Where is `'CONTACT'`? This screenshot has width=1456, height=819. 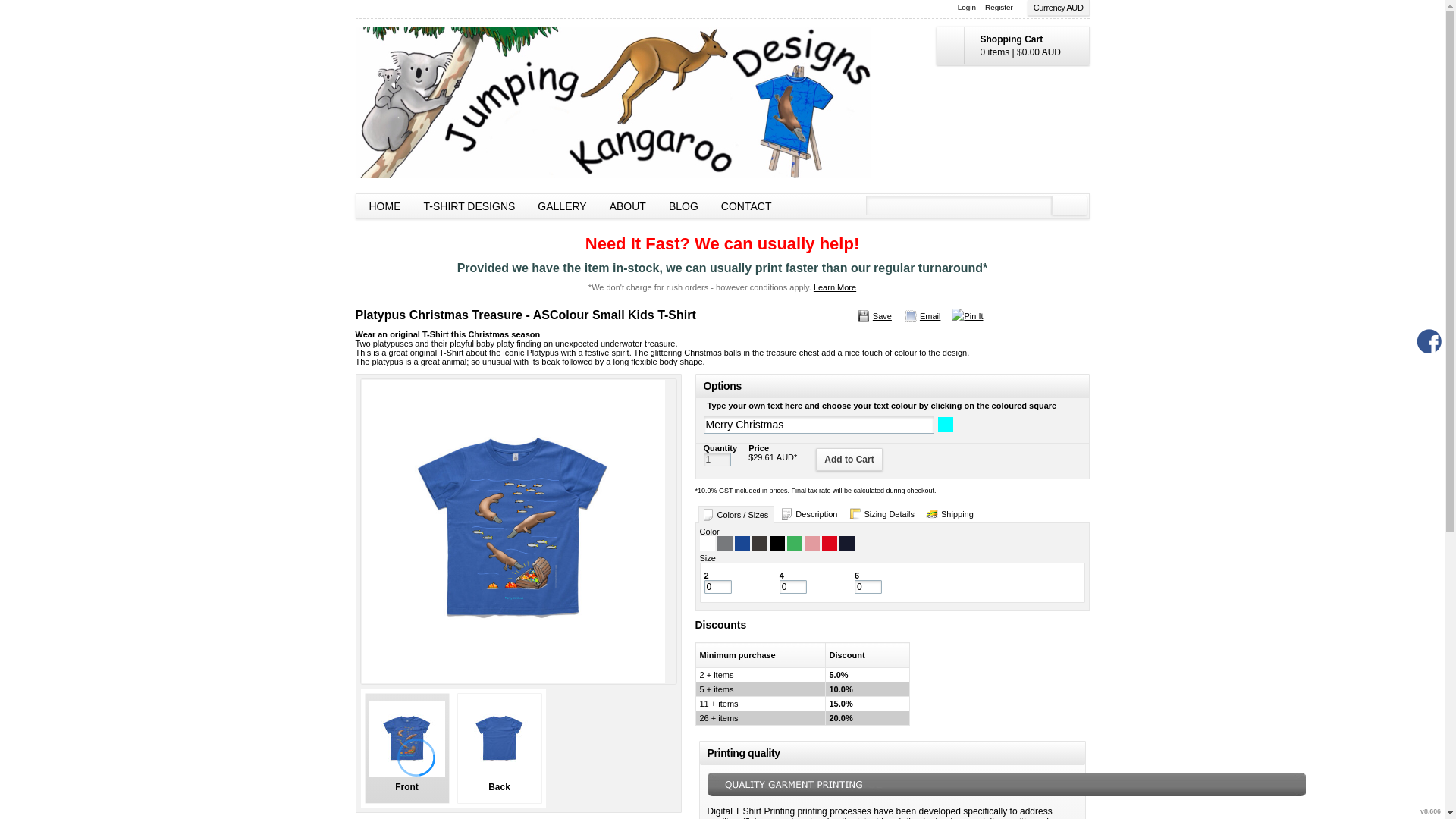
'CONTACT' is located at coordinates (746, 206).